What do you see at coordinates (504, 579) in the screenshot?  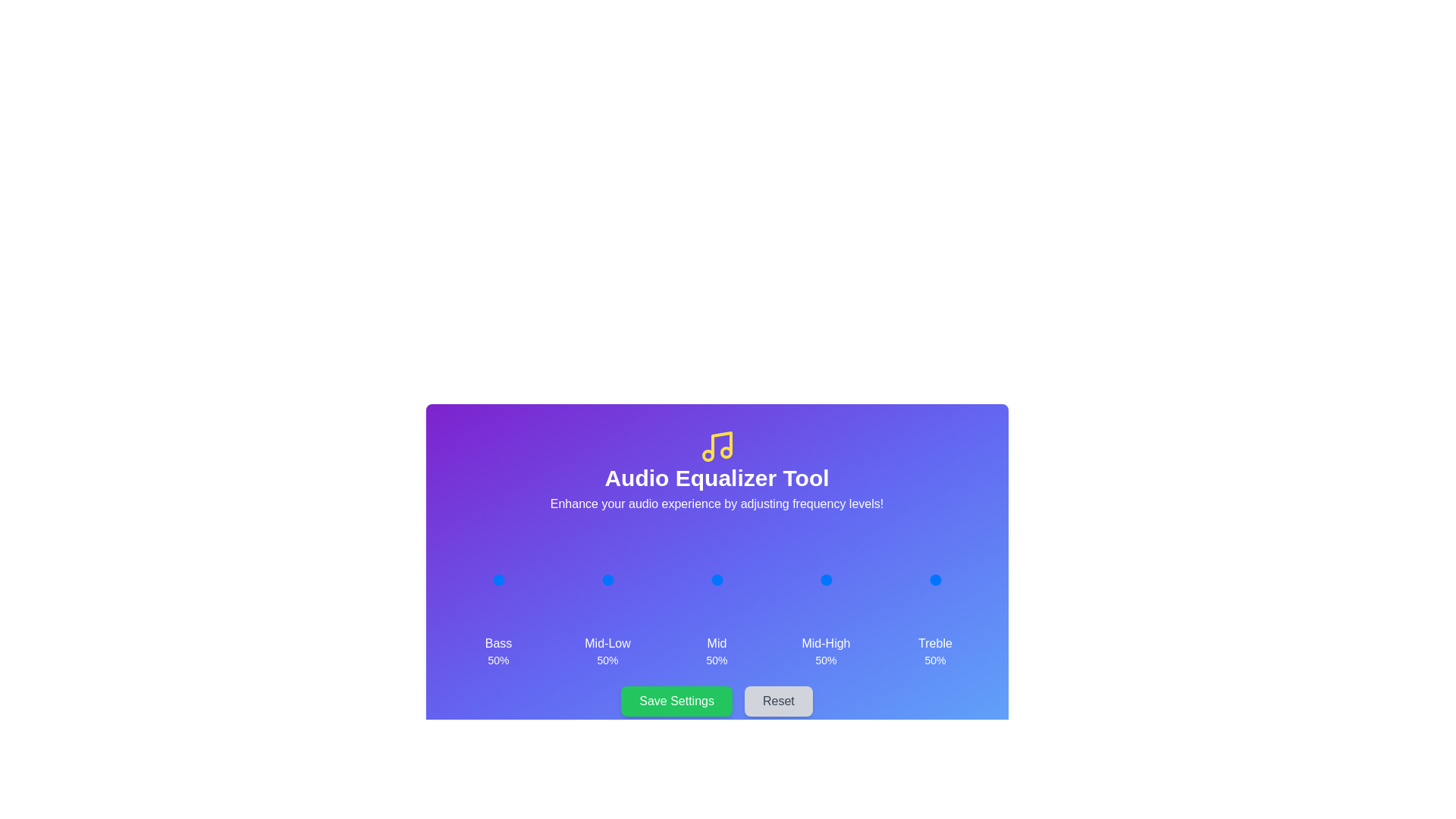 I see `the 0 slider to 62%` at bounding box center [504, 579].